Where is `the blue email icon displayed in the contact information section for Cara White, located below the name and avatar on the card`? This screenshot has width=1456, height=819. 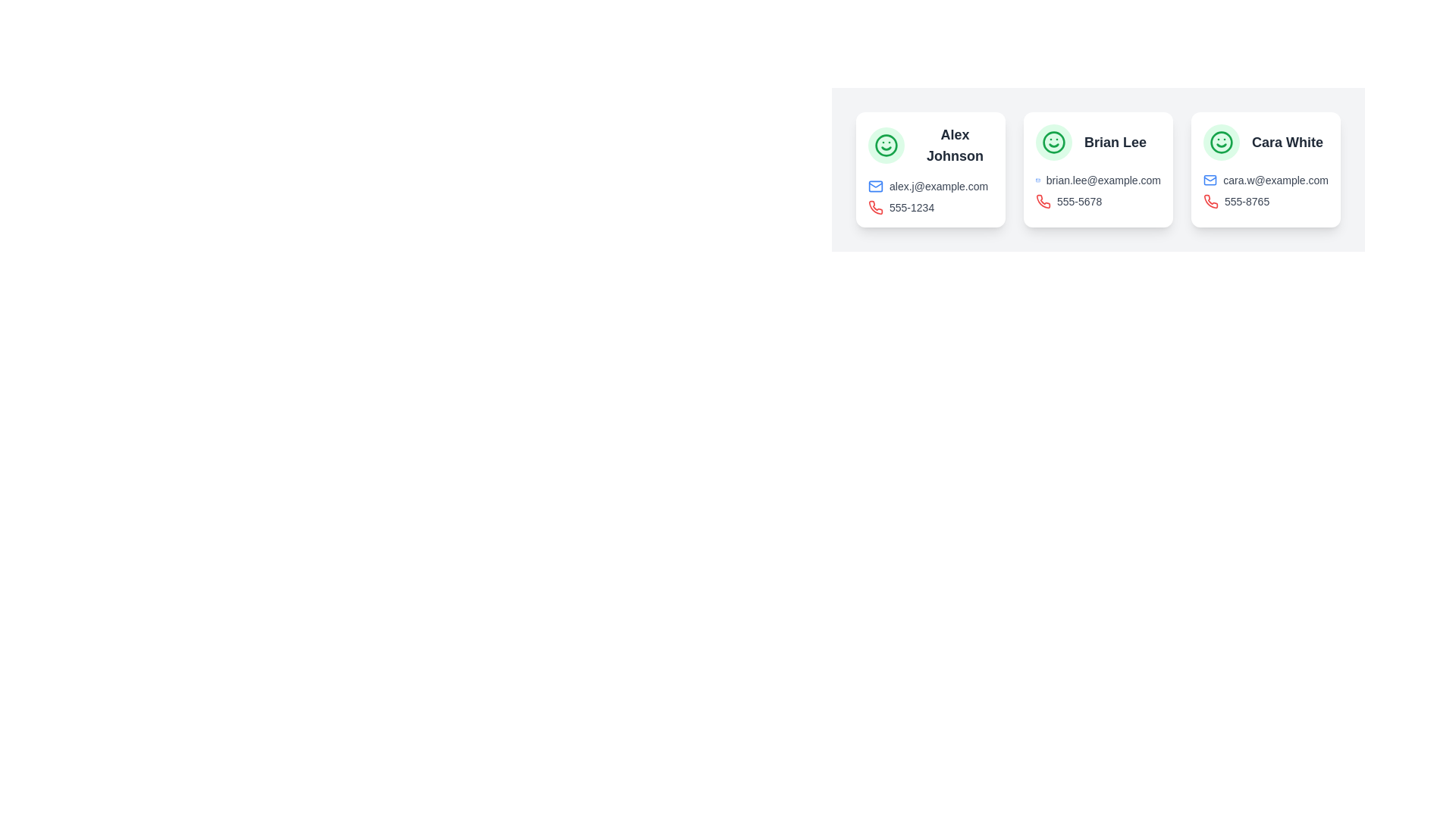 the blue email icon displayed in the contact information section for Cara White, located below the name and avatar on the card is located at coordinates (1266, 190).